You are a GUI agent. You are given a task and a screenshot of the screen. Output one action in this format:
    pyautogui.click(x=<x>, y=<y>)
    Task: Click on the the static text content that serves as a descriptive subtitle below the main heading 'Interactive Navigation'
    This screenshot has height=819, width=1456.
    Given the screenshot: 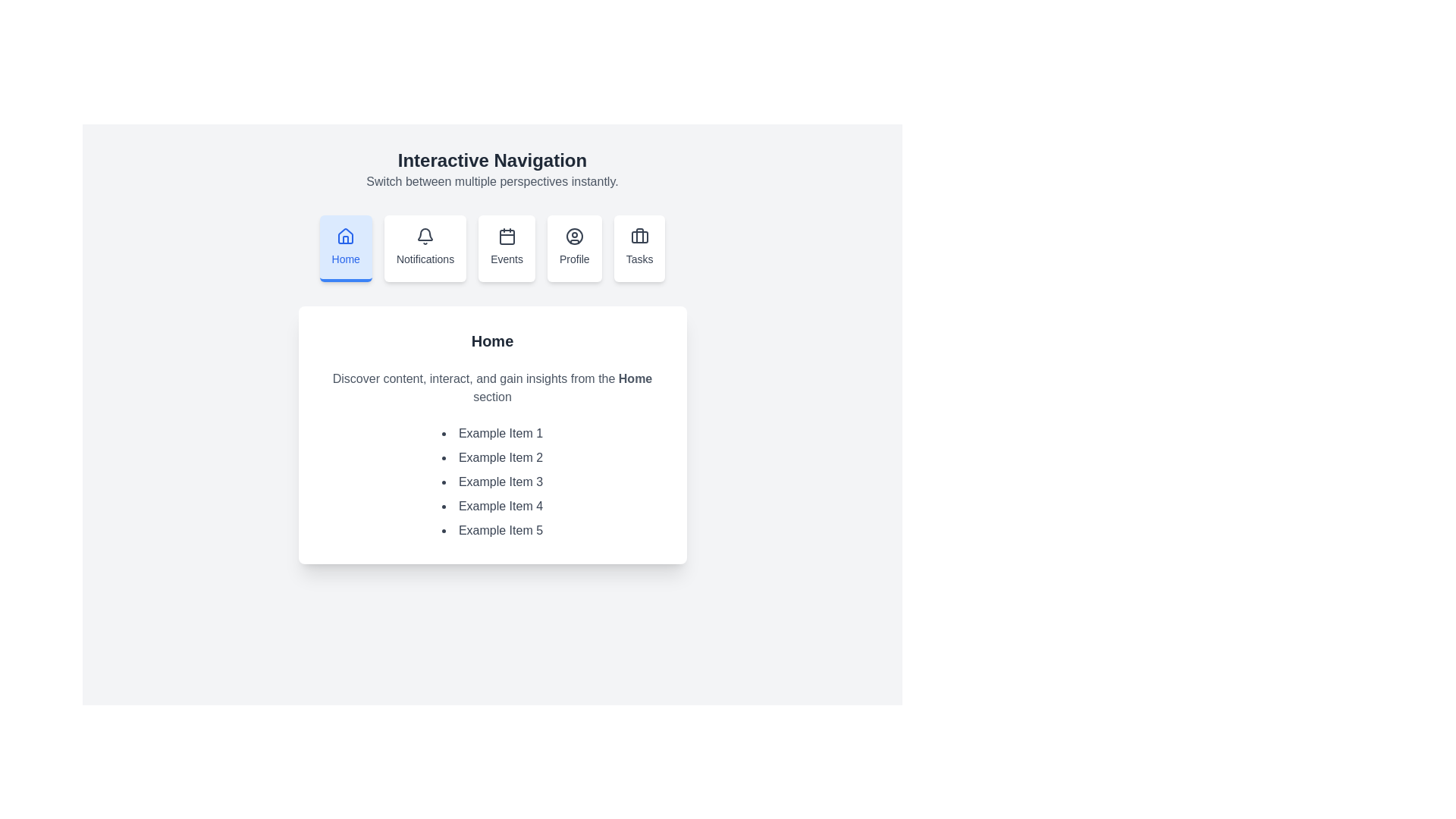 What is the action you would take?
    pyautogui.click(x=492, y=180)
    